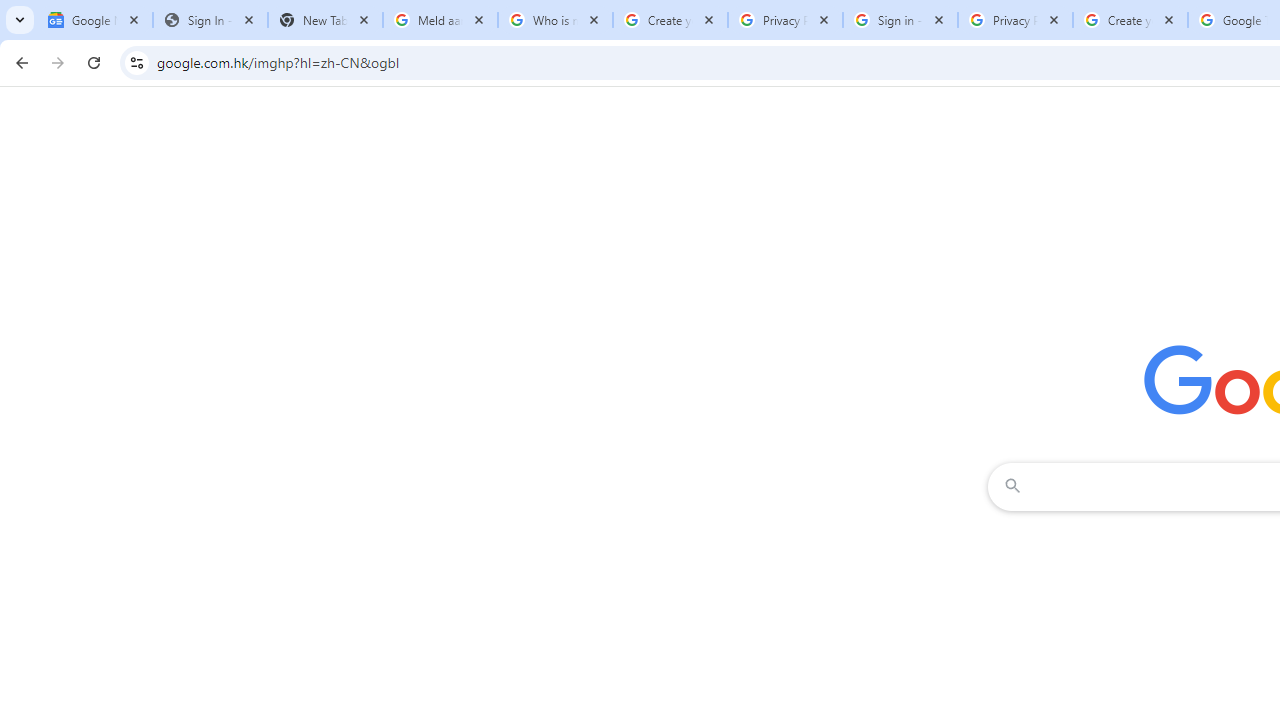 The image size is (1280, 720). What do you see at coordinates (1130, 20) in the screenshot?
I see `'Create your Google Account'` at bounding box center [1130, 20].